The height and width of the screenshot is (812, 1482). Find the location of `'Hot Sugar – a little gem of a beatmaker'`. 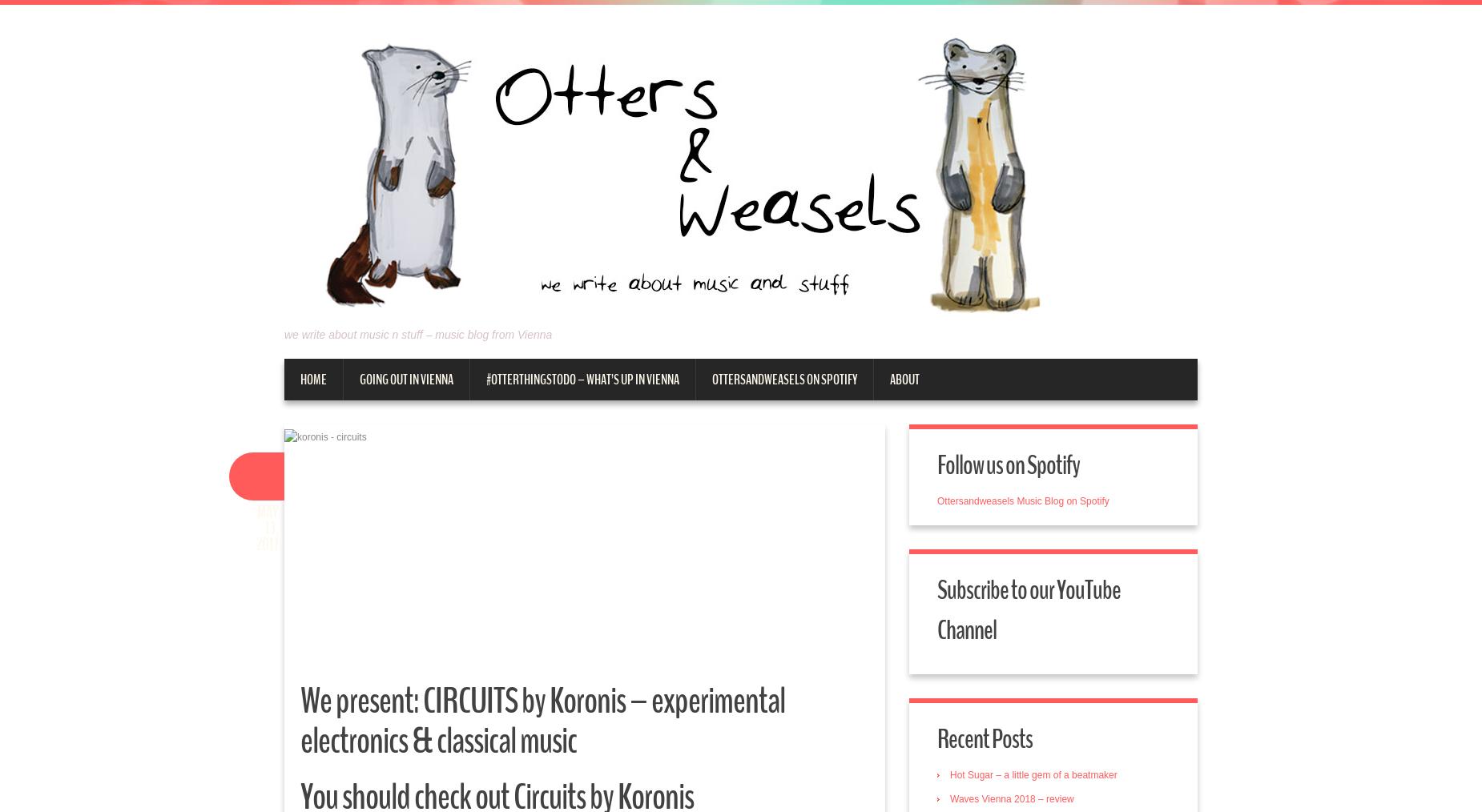

'Hot Sugar – a little gem of a beatmaker' is located at coordinates (949, 774).